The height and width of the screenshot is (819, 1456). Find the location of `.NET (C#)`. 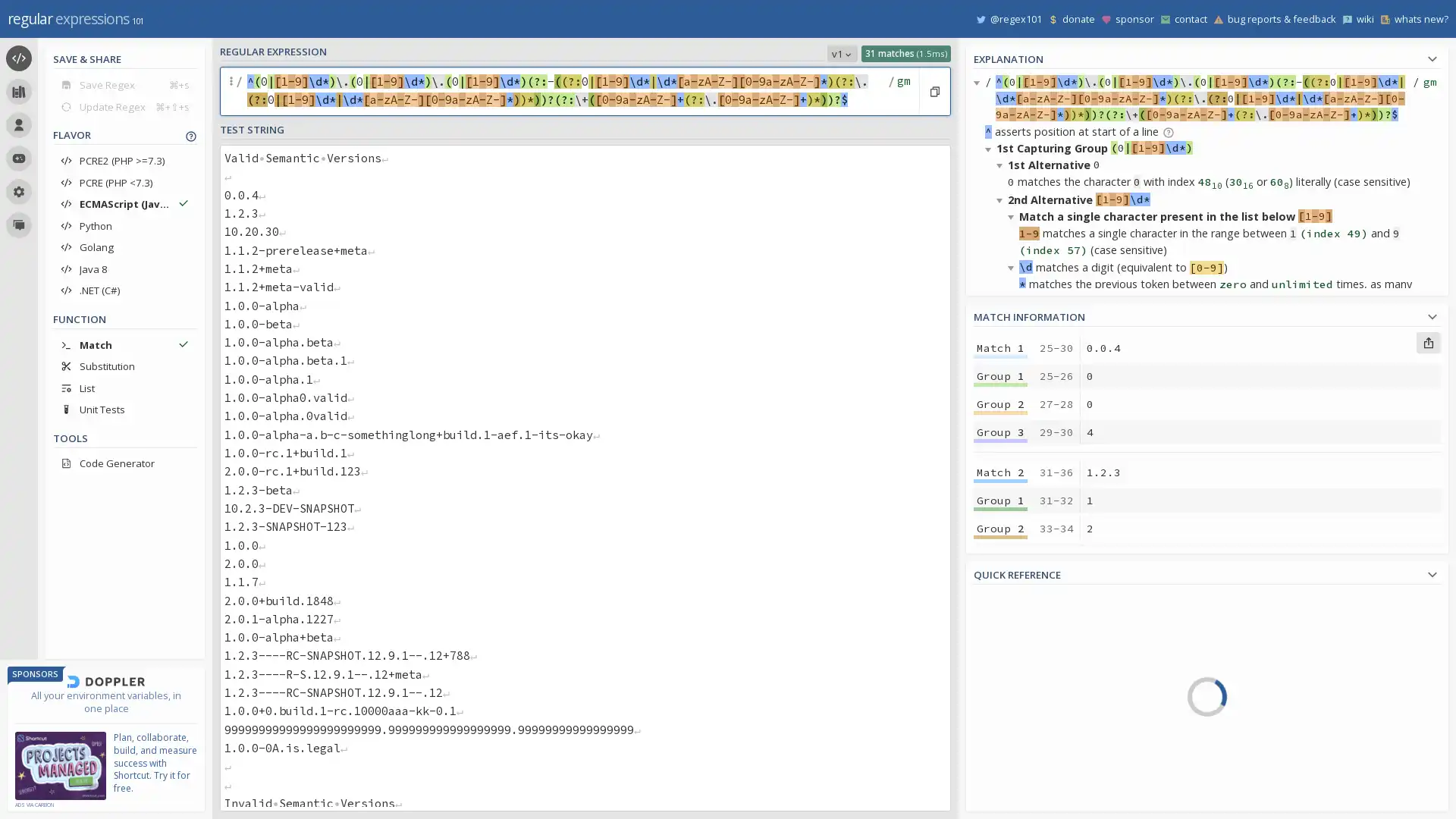

.NET (C#) is located at coordinates (124, 290).